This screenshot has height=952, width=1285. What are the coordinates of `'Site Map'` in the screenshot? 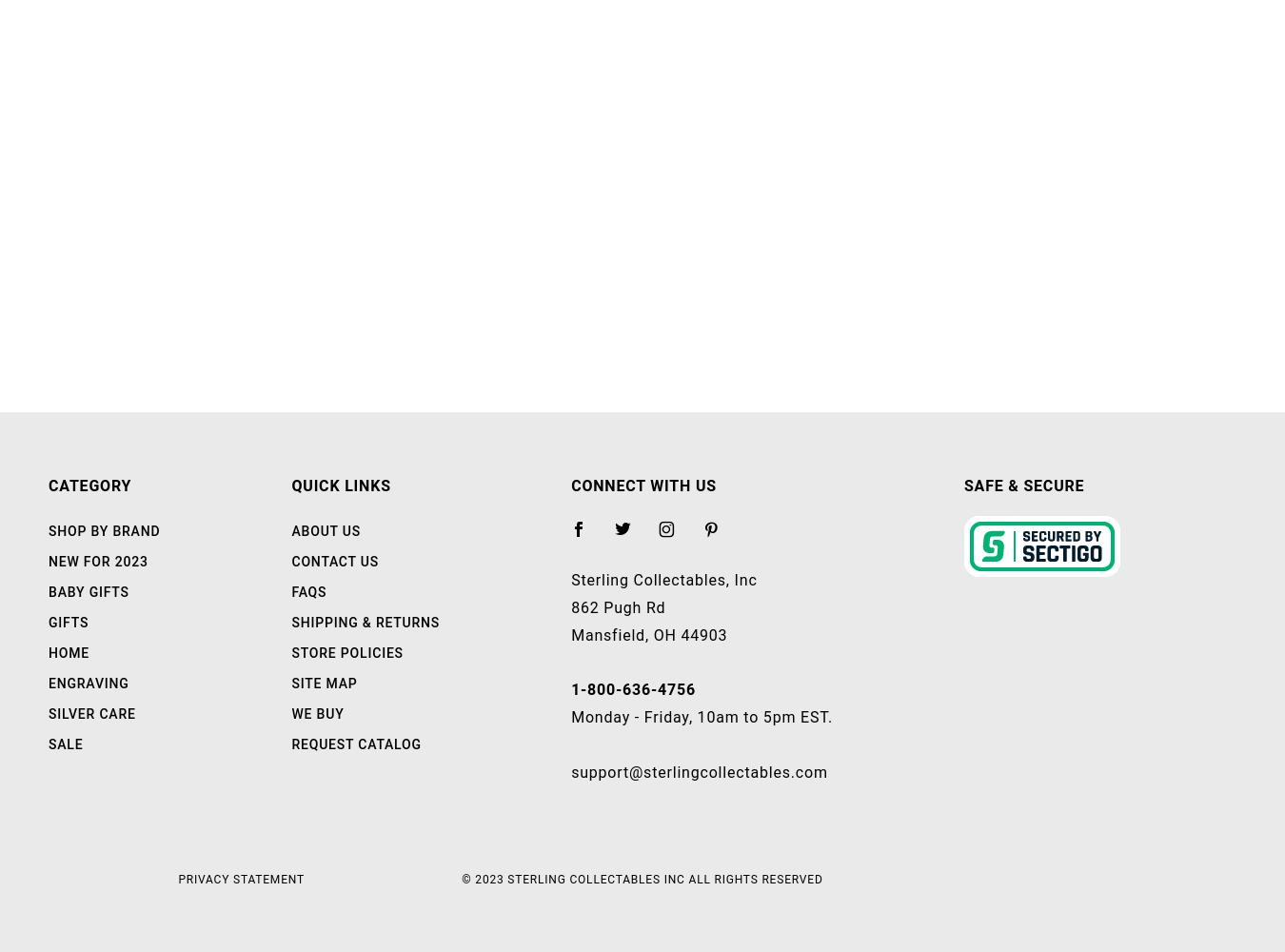 It's located at (290, 683).